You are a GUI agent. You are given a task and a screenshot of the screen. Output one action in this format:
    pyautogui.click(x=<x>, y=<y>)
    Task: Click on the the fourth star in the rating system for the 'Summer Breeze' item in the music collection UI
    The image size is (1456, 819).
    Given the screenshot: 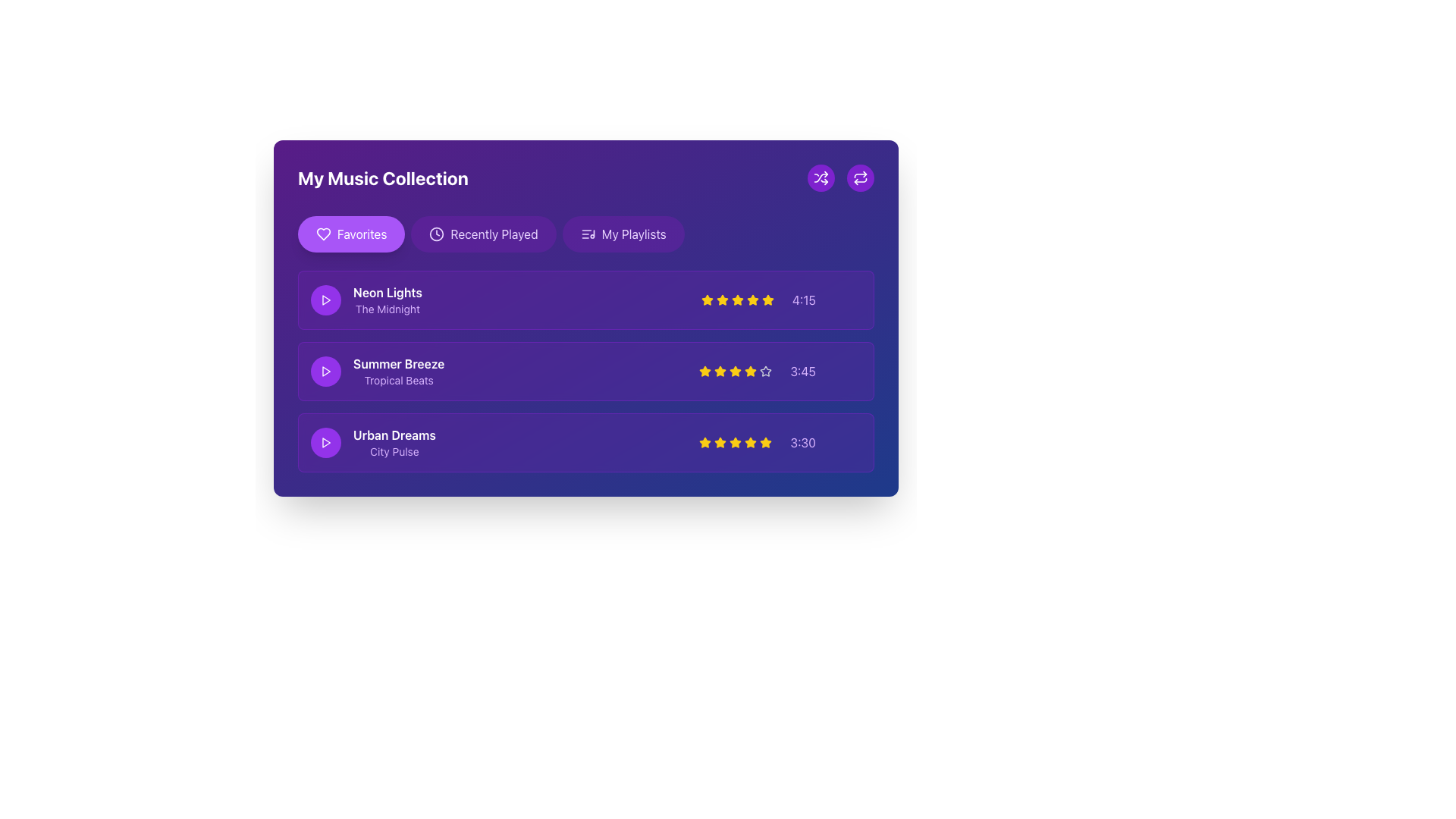 What is the action you would take?
    pyautogui.click(x=766, y=371)
    